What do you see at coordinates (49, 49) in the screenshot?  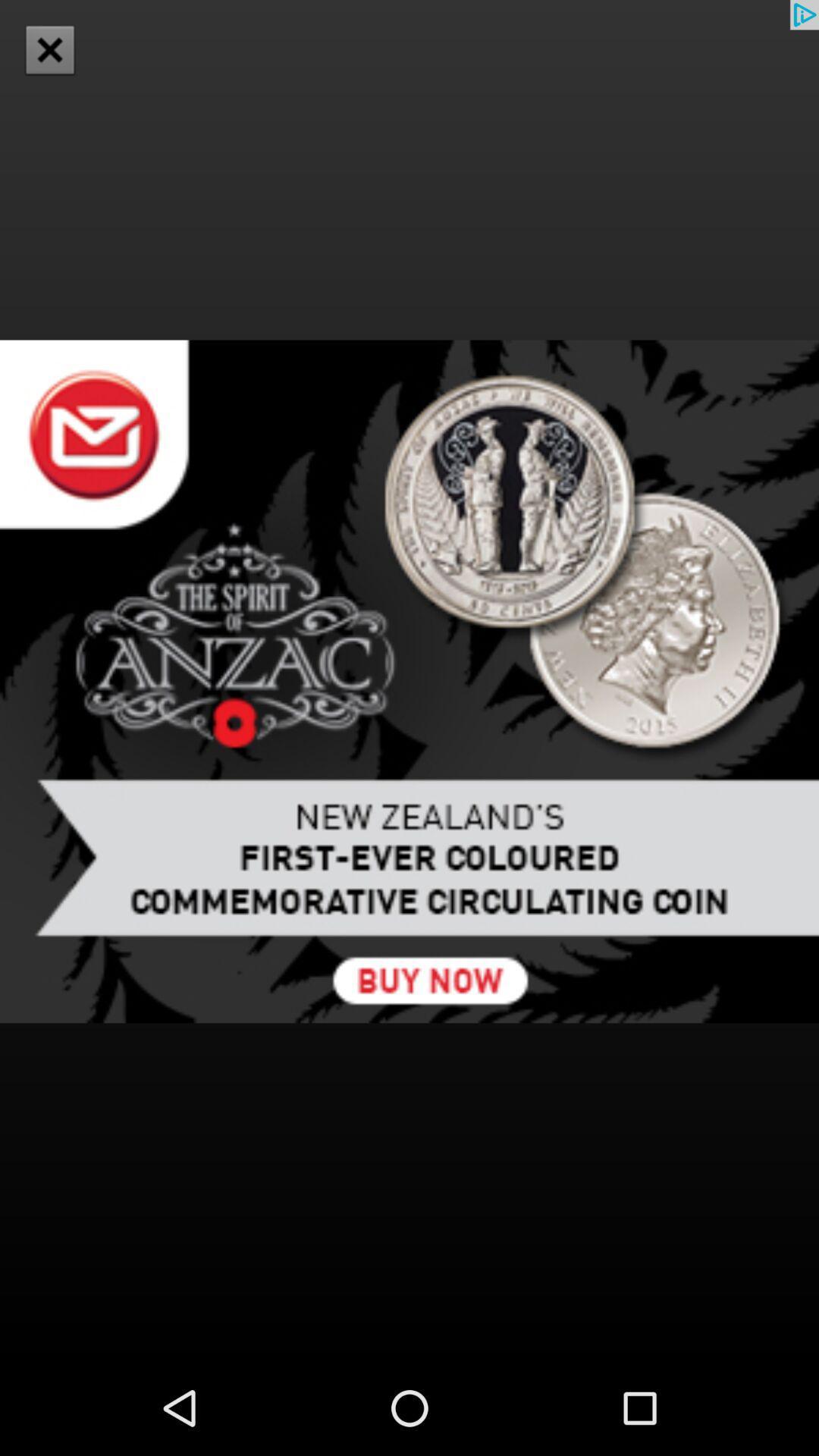 I see `the close icon` at bounding box center [49, 49].